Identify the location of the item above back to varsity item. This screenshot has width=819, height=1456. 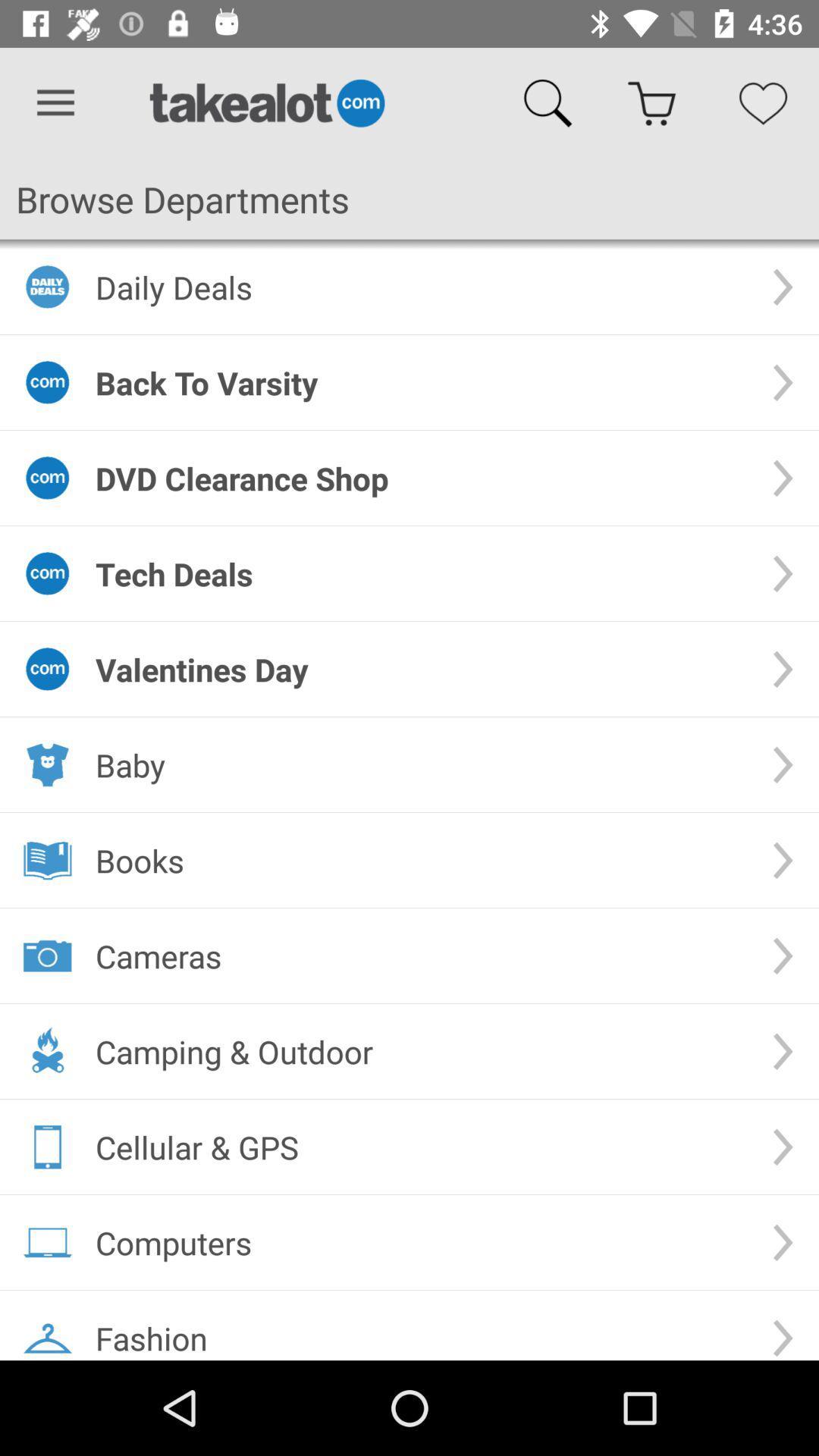
(421, 287).